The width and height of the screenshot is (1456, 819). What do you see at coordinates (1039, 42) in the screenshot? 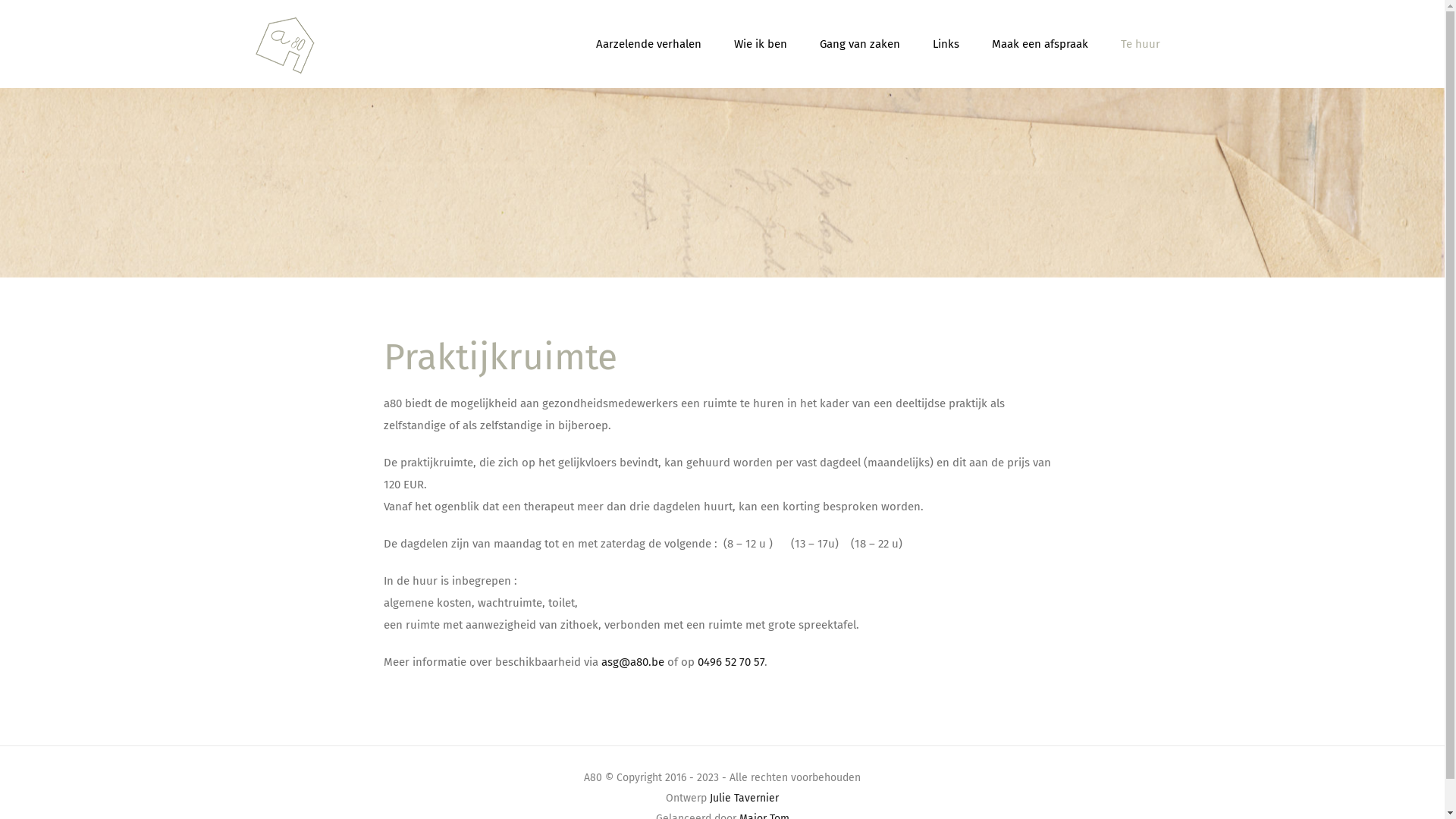
I see `'Maak een afspraak'` at bounding box center [1039, 42].